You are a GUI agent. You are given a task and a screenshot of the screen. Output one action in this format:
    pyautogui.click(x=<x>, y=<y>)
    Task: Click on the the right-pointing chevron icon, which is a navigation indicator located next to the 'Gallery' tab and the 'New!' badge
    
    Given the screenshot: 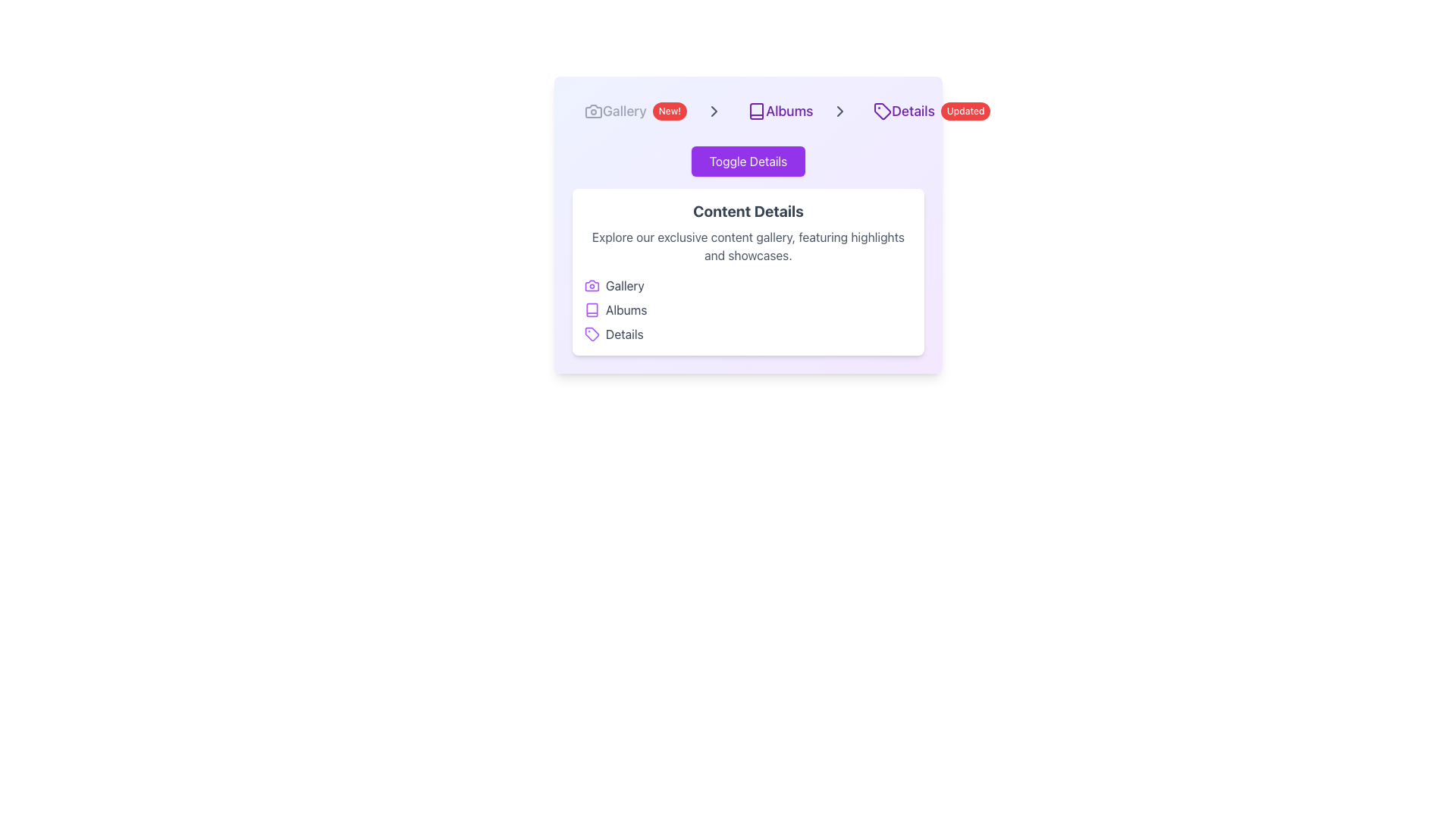 What is the action you would take?
    pyautogui.click(x=713, y=110)
    